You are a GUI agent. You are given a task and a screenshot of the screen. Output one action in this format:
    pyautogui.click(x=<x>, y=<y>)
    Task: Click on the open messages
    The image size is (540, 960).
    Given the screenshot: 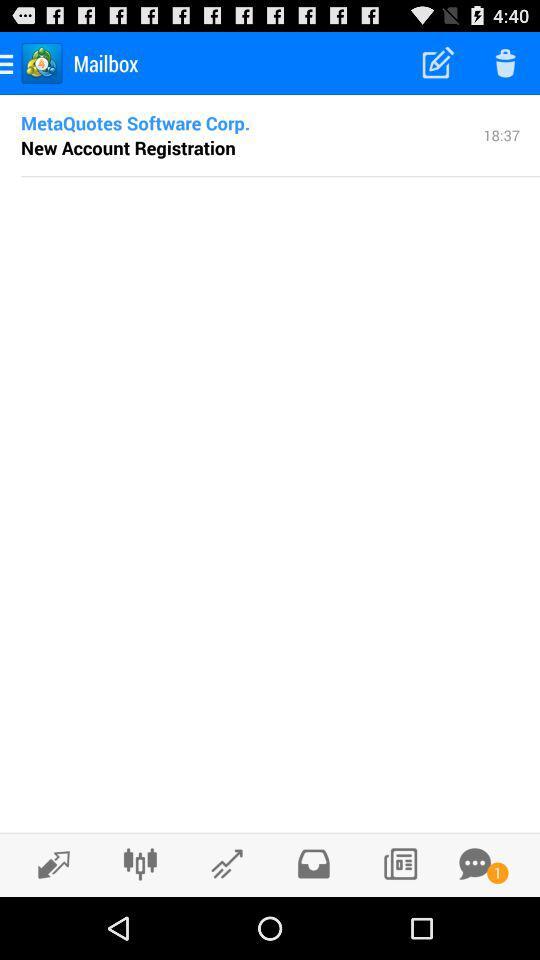 What is the action you would take?
    pyautogui.click(x=474, y=863)
    